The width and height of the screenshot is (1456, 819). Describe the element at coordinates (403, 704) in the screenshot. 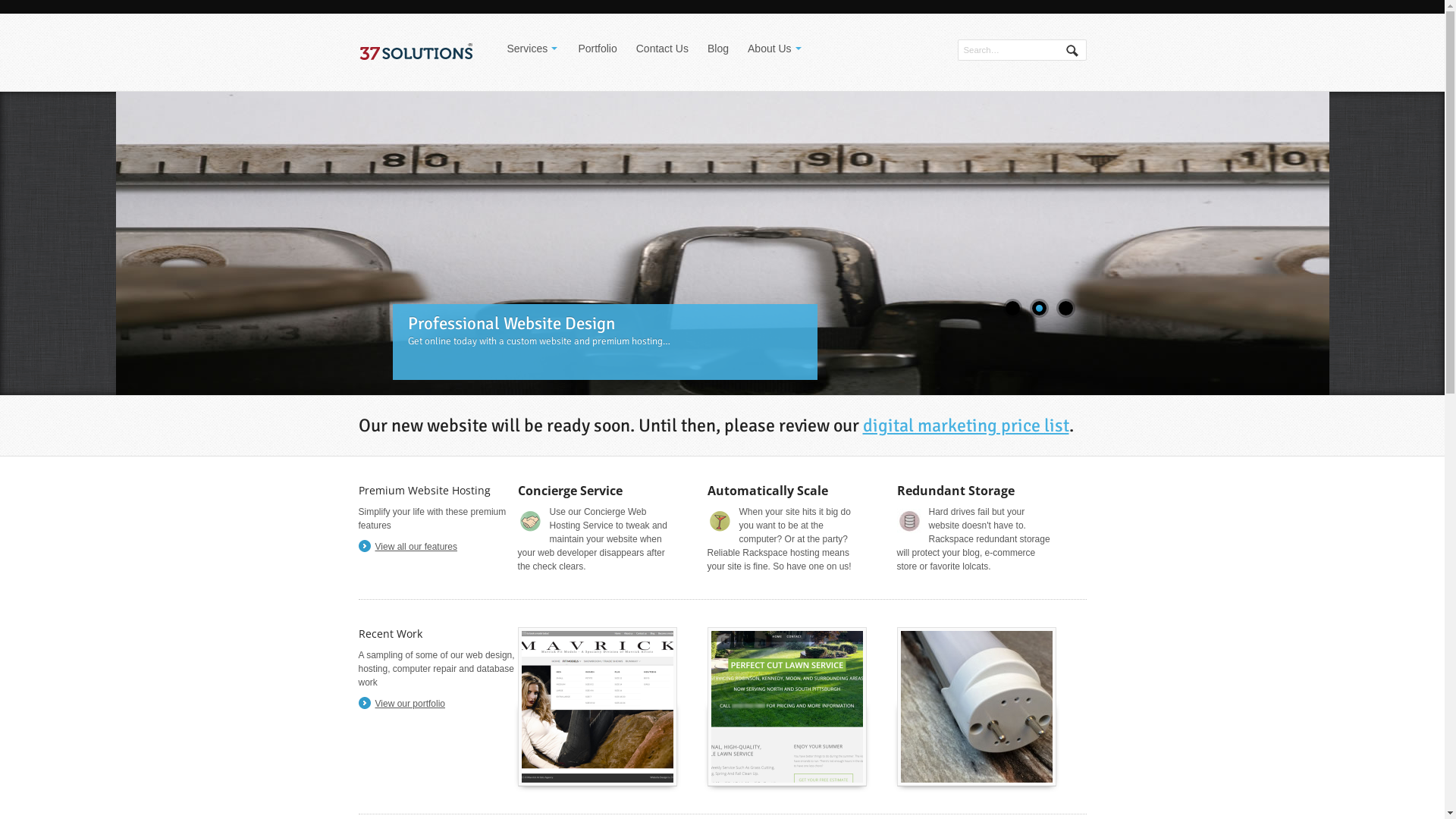

I see `'View our portfolio'` at that location.